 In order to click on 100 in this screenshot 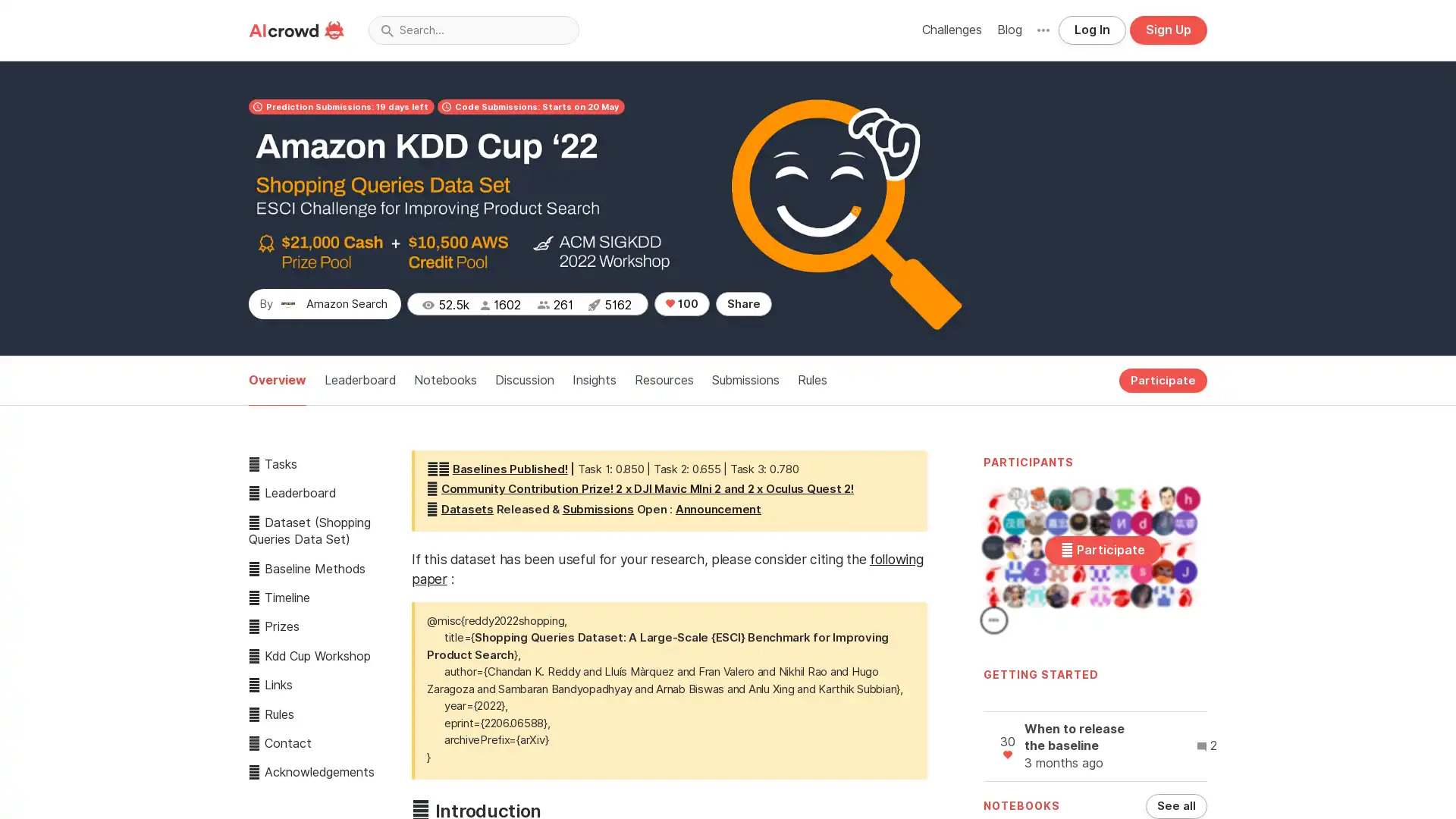, I will do `click(681, 303)`.